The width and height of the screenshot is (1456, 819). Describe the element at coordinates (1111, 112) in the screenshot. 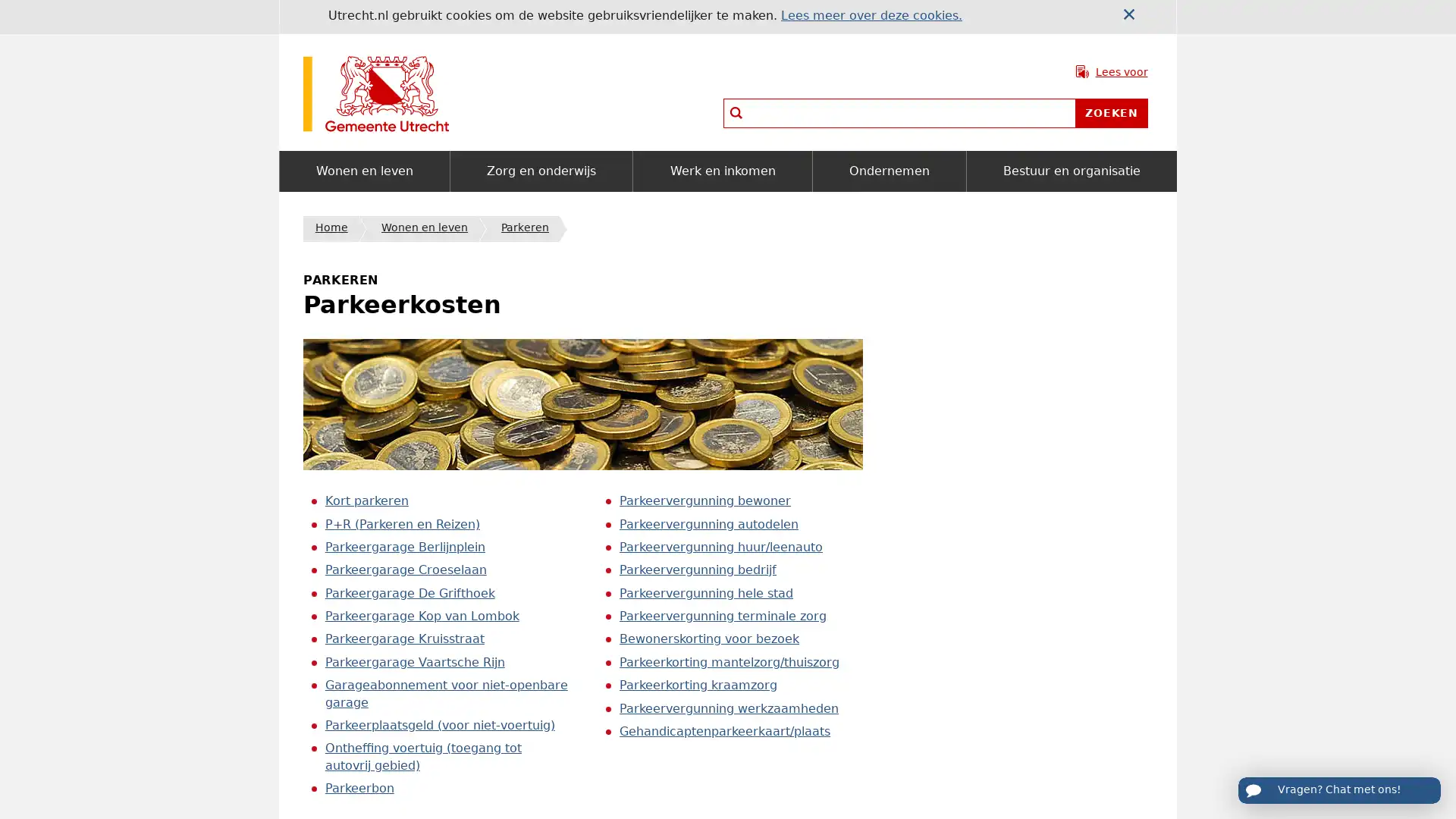

I see `Zoeken` at that location.